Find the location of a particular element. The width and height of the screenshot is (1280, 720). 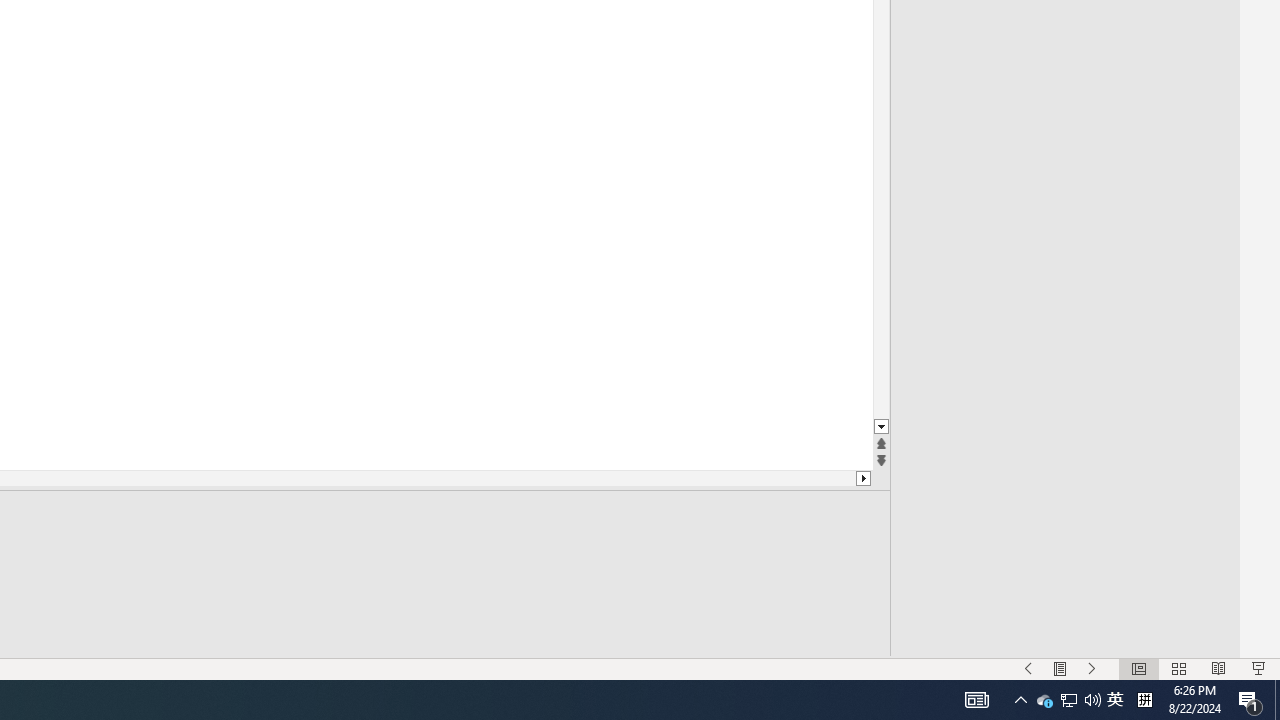

'Menu On' is located at coordinates (1059, 669).